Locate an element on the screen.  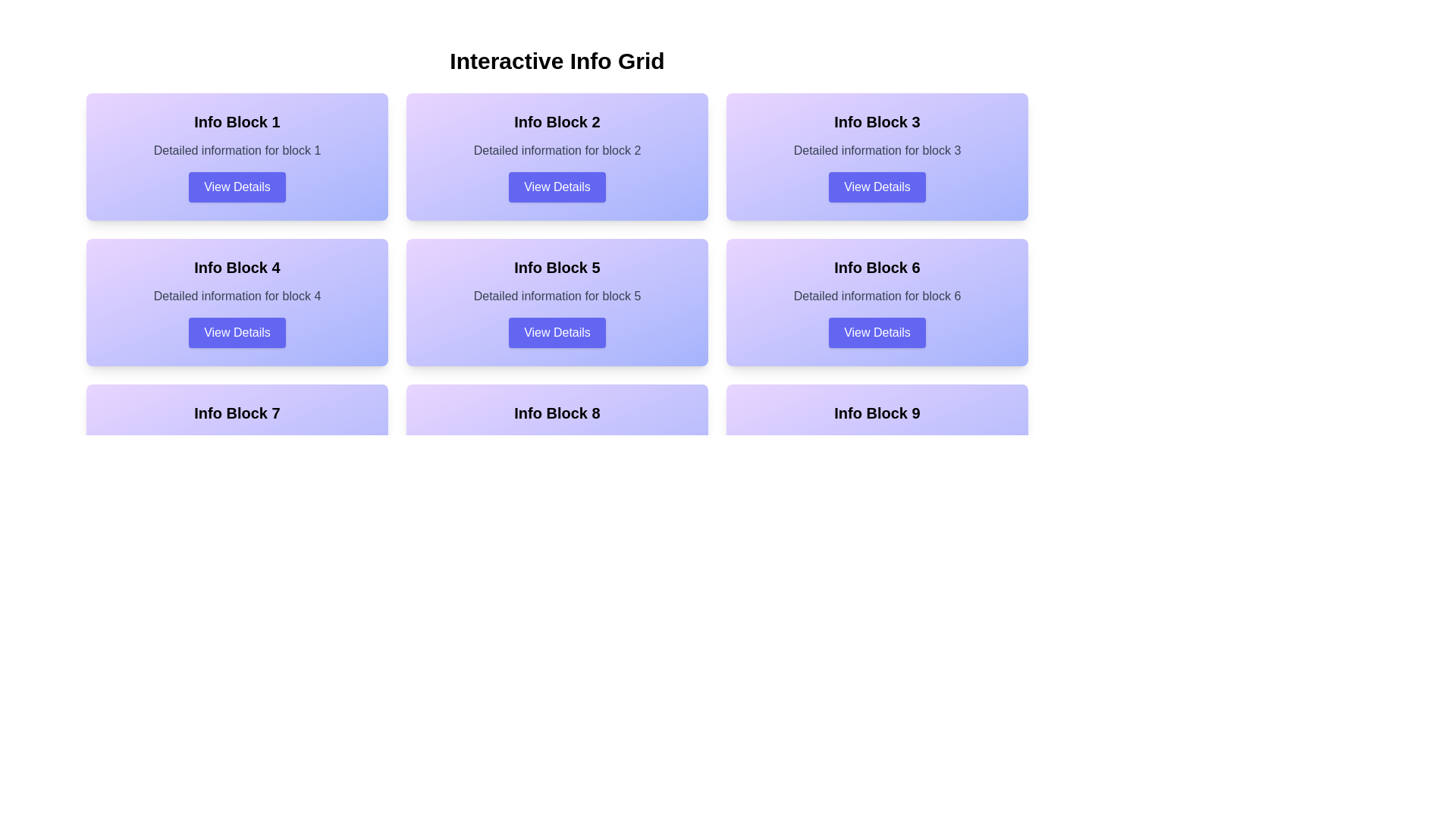
the informational card for 'Block 9', which is located in the last row and third column of the grid layout is located at coordinates (877, 447).